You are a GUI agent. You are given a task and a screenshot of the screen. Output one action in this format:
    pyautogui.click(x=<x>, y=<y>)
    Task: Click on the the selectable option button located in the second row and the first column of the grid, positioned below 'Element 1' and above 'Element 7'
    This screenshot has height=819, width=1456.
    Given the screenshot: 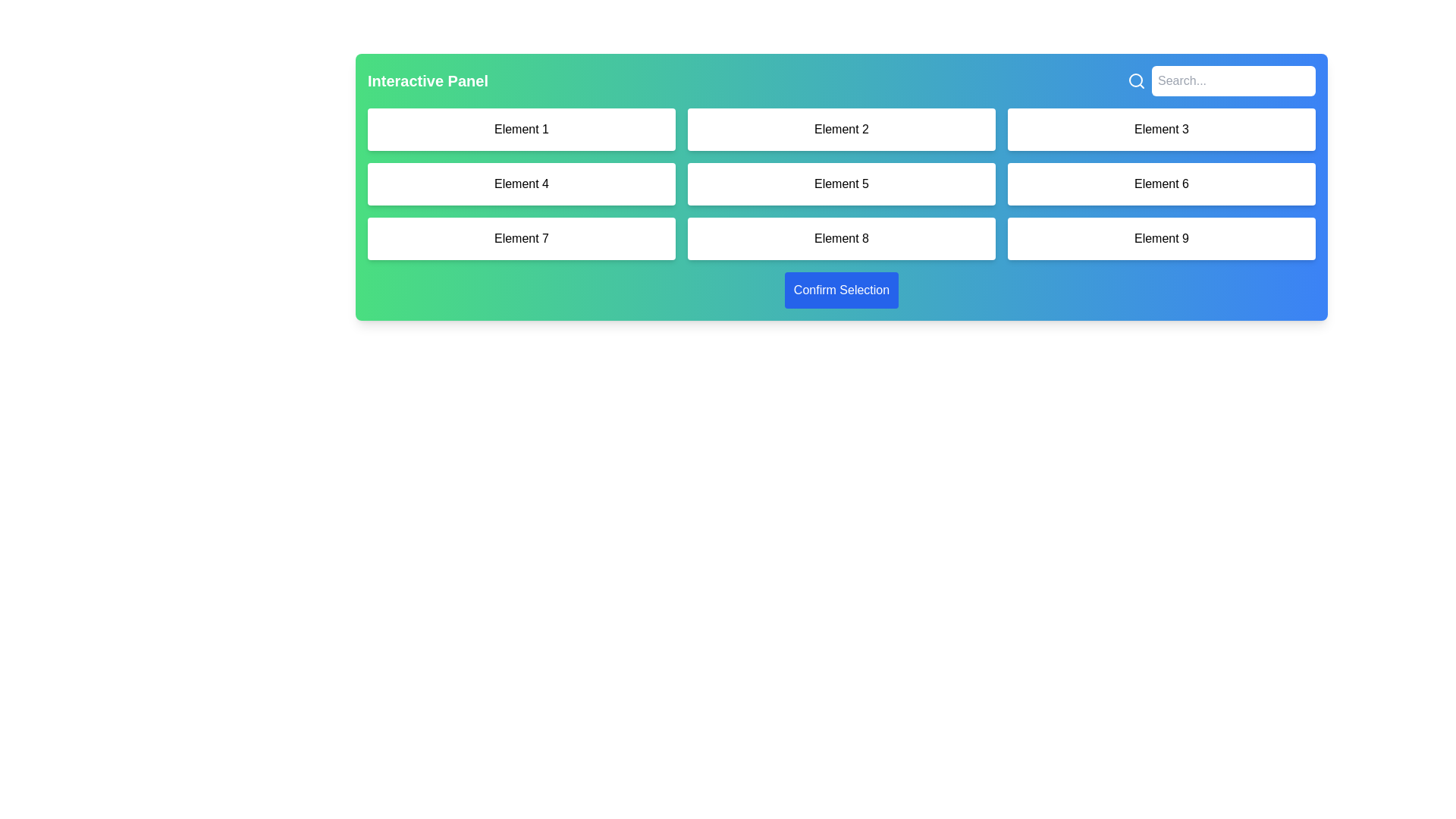 What is the action you would take?
    pyautogui.click(x=521, y=184)
    